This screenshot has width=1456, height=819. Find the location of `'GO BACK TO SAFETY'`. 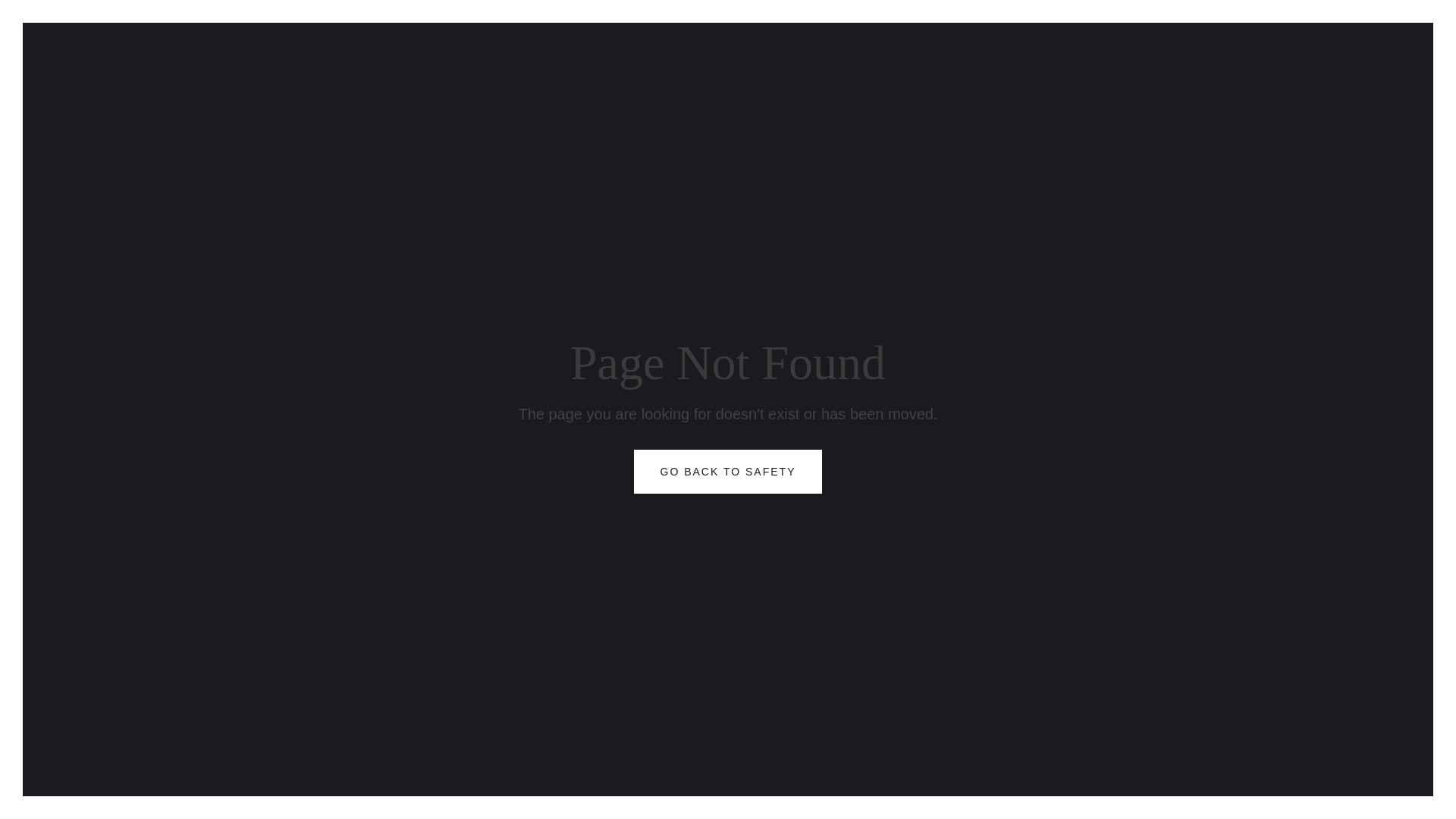

'GO BACK TO SAFETY' is located at coordinates (728, 470).